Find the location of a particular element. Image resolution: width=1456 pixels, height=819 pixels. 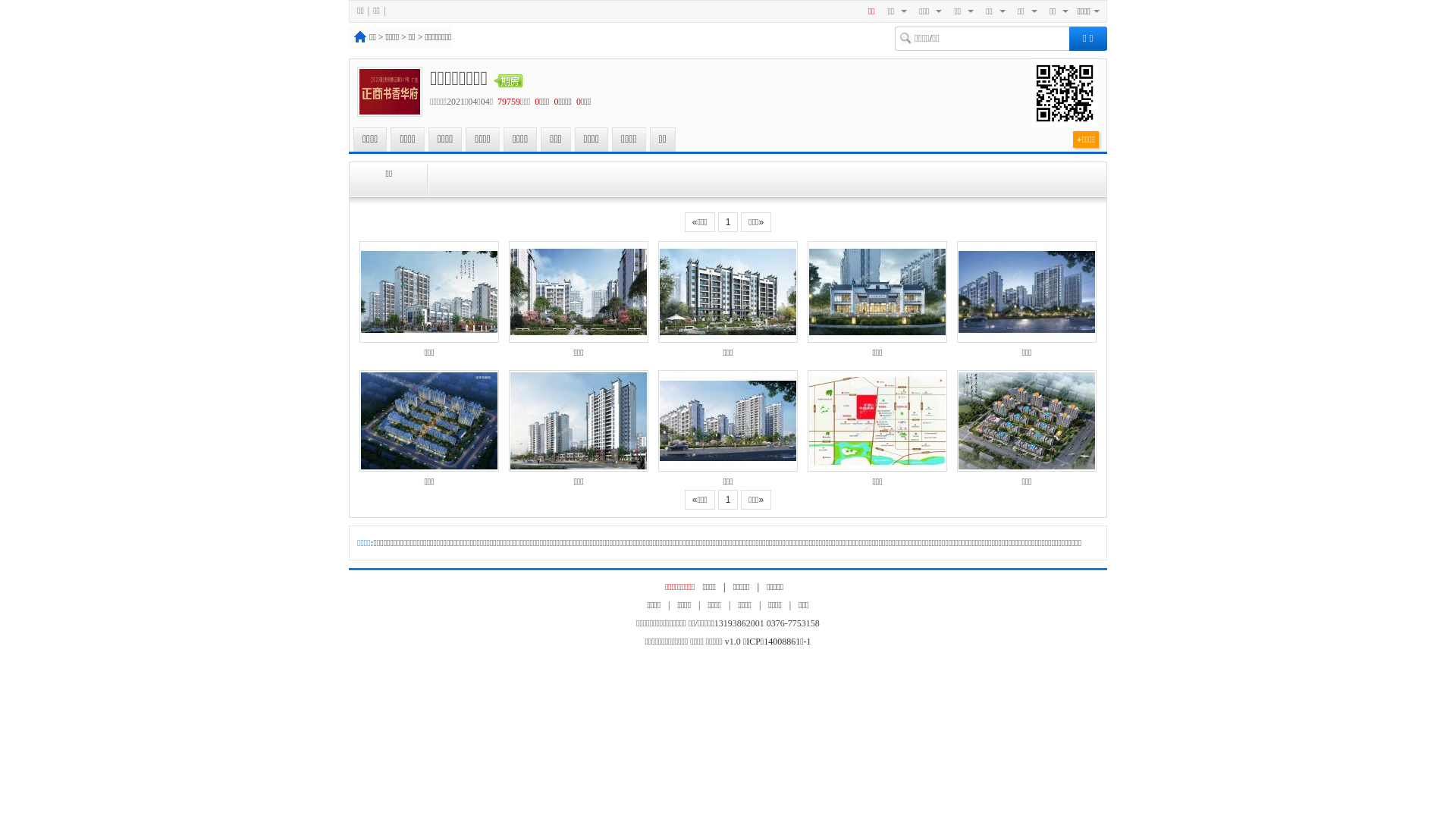

'1' is located at coordinates (728, 222).